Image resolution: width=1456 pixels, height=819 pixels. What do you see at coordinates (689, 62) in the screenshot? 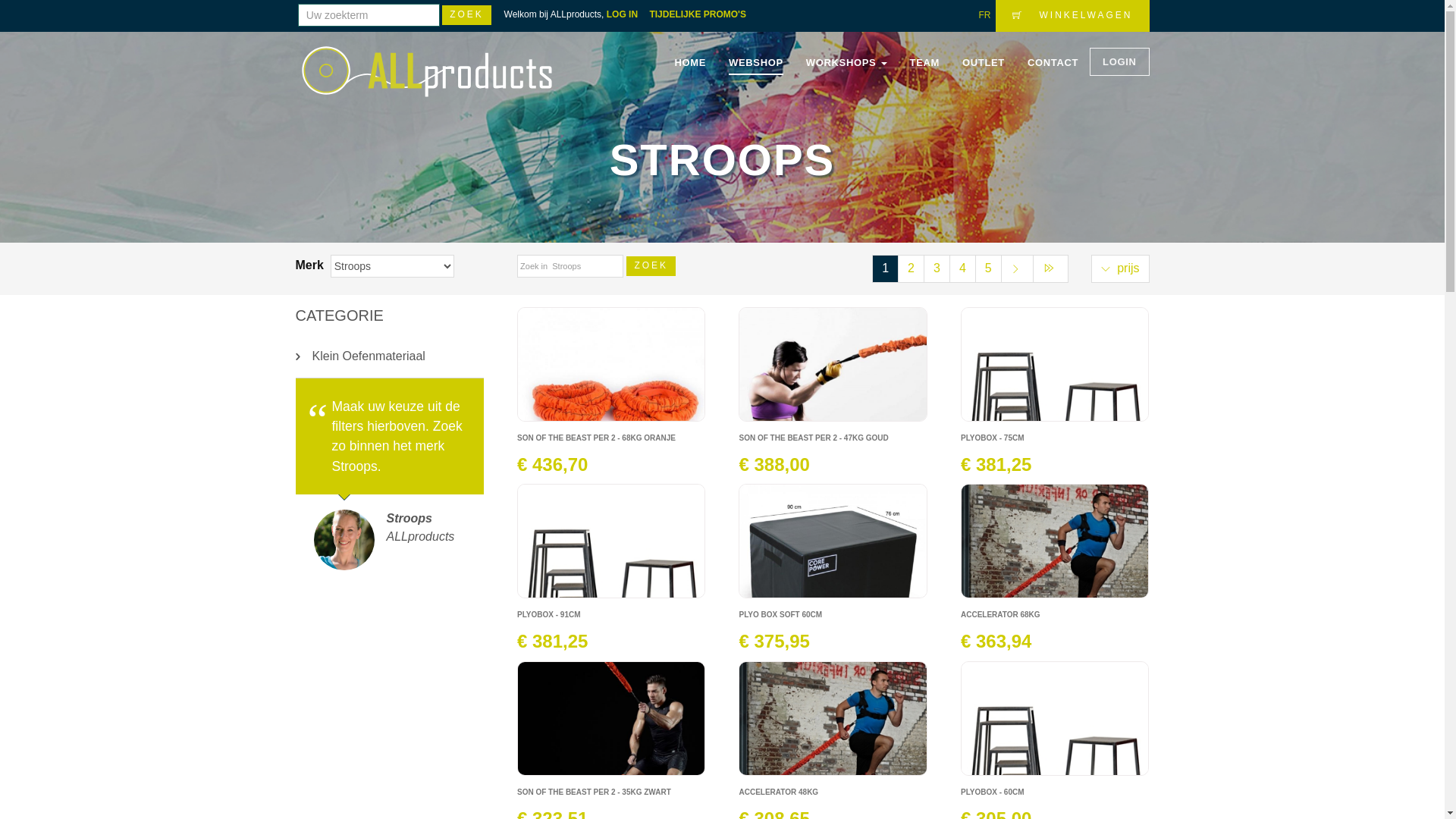
I see `'HOME'` at bounding box center [689, 62].